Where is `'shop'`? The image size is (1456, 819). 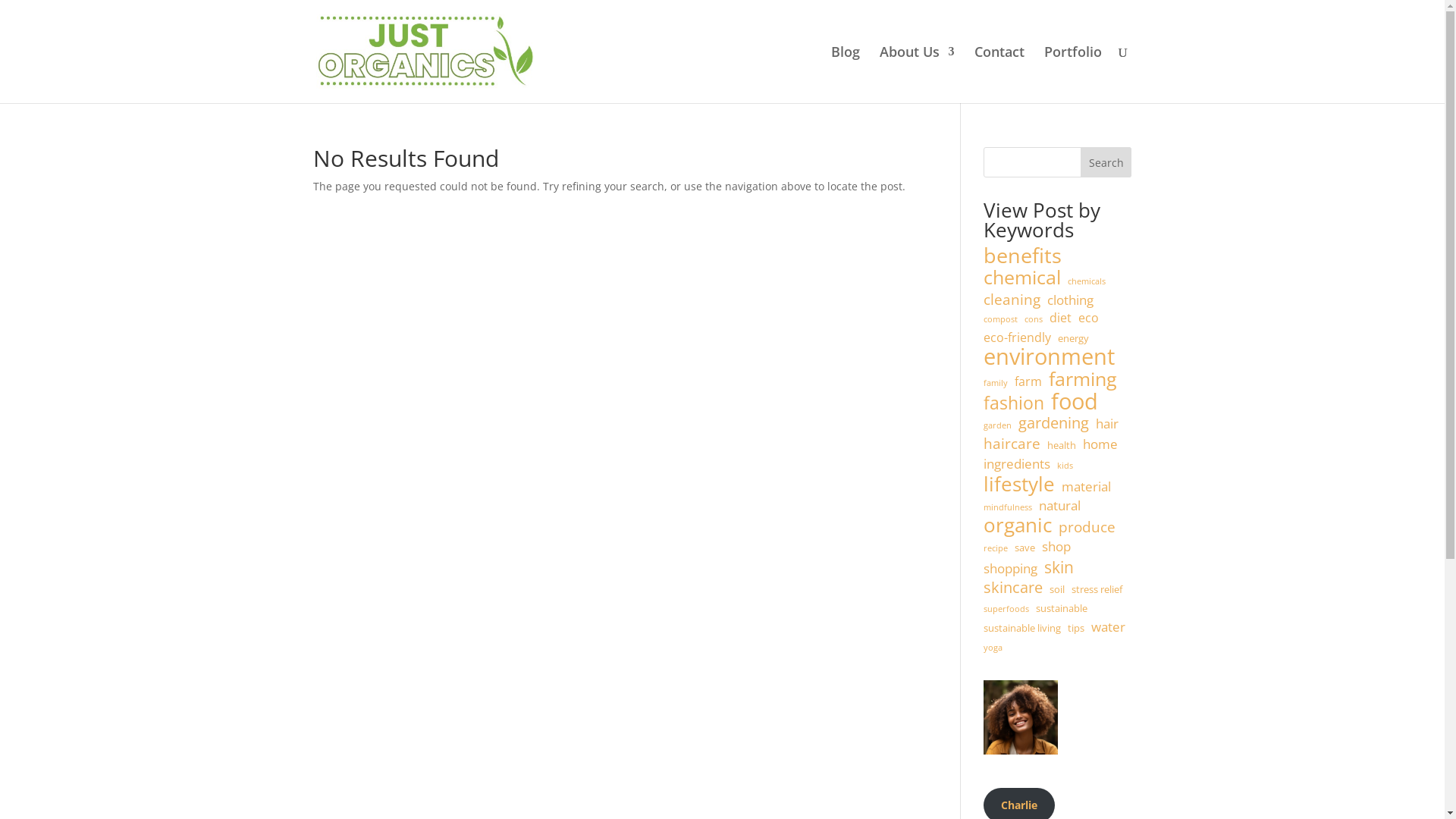
'shop' is located at coordinates (1055, 547).